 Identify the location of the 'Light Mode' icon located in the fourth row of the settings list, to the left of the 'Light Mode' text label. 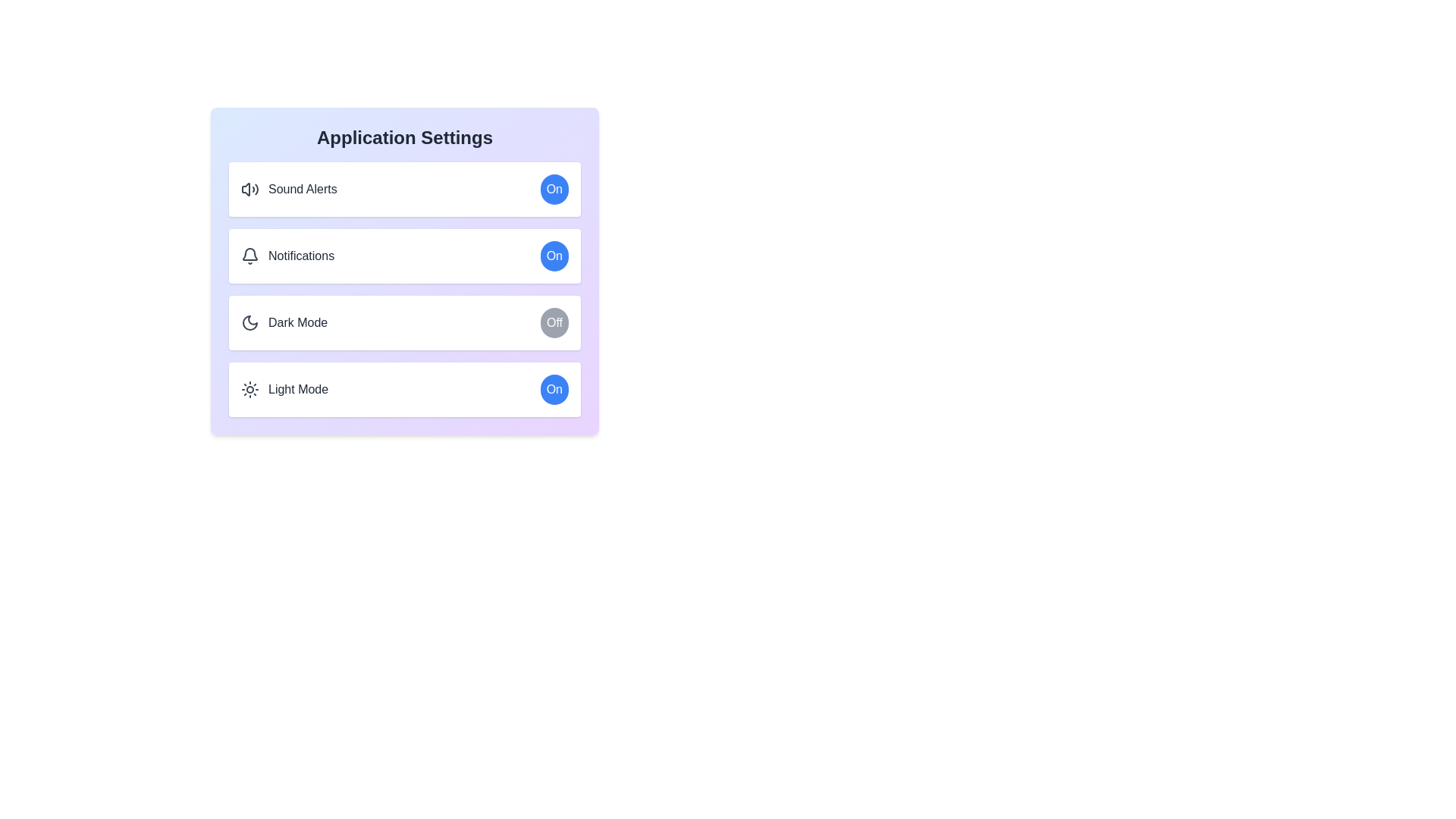
(250, 388).